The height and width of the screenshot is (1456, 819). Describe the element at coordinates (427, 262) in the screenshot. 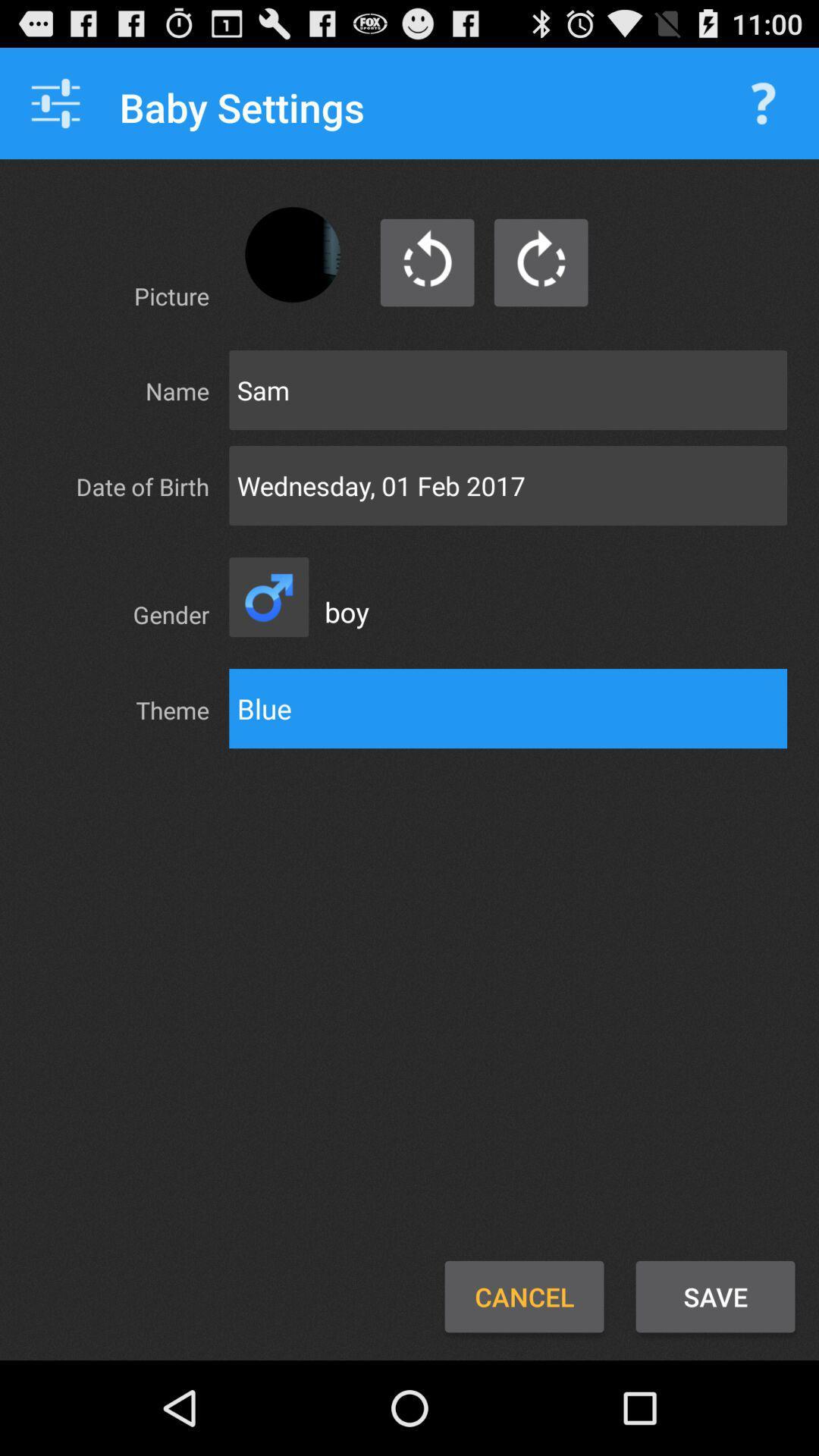

I see `refreshing option` at that location.